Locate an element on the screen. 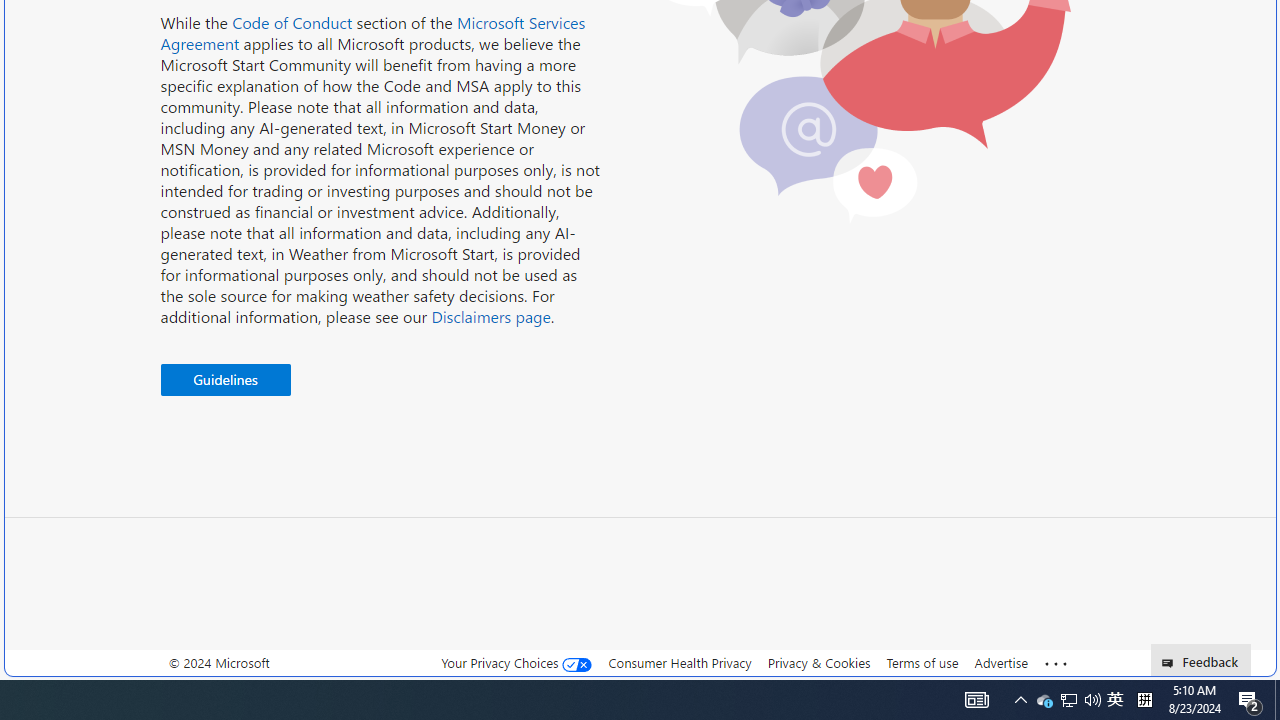 This screenshot has width=1280, height=720. 'Disclaimers page' is located at coordinates (490, 315).